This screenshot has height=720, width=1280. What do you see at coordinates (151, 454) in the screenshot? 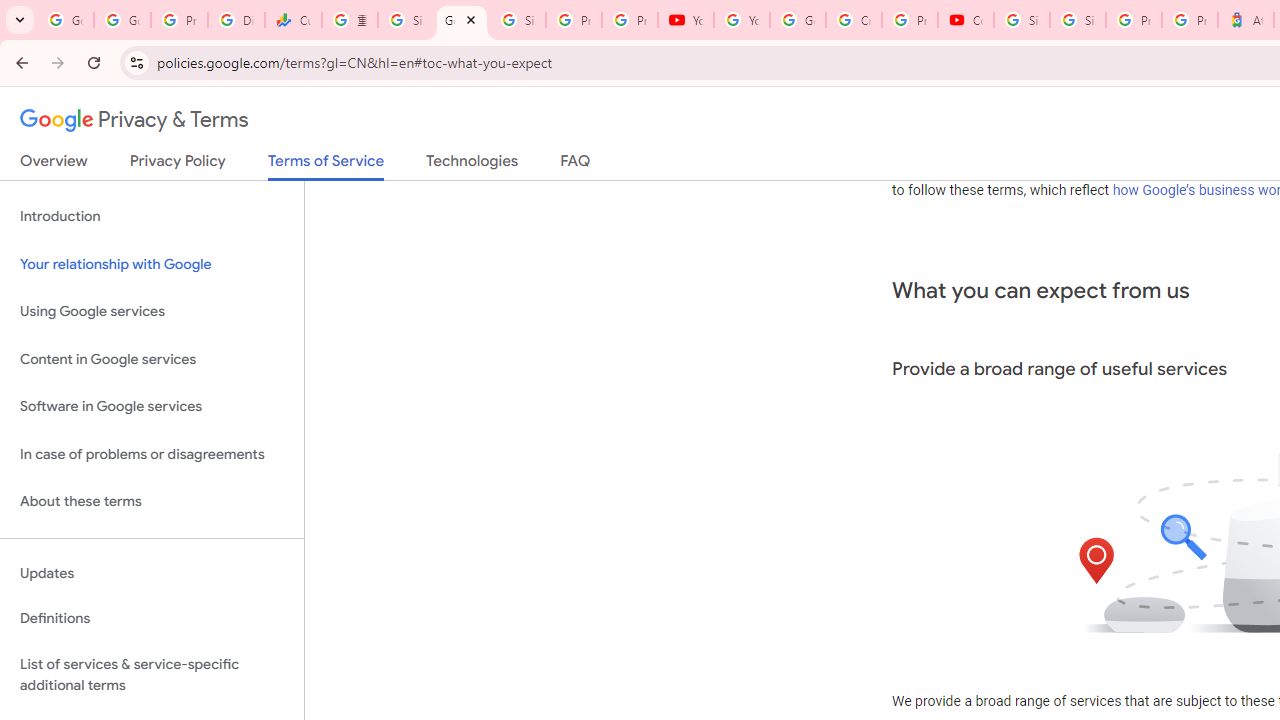
I see `'In case of problems or disagreements'` at bounding box center [151, 454].